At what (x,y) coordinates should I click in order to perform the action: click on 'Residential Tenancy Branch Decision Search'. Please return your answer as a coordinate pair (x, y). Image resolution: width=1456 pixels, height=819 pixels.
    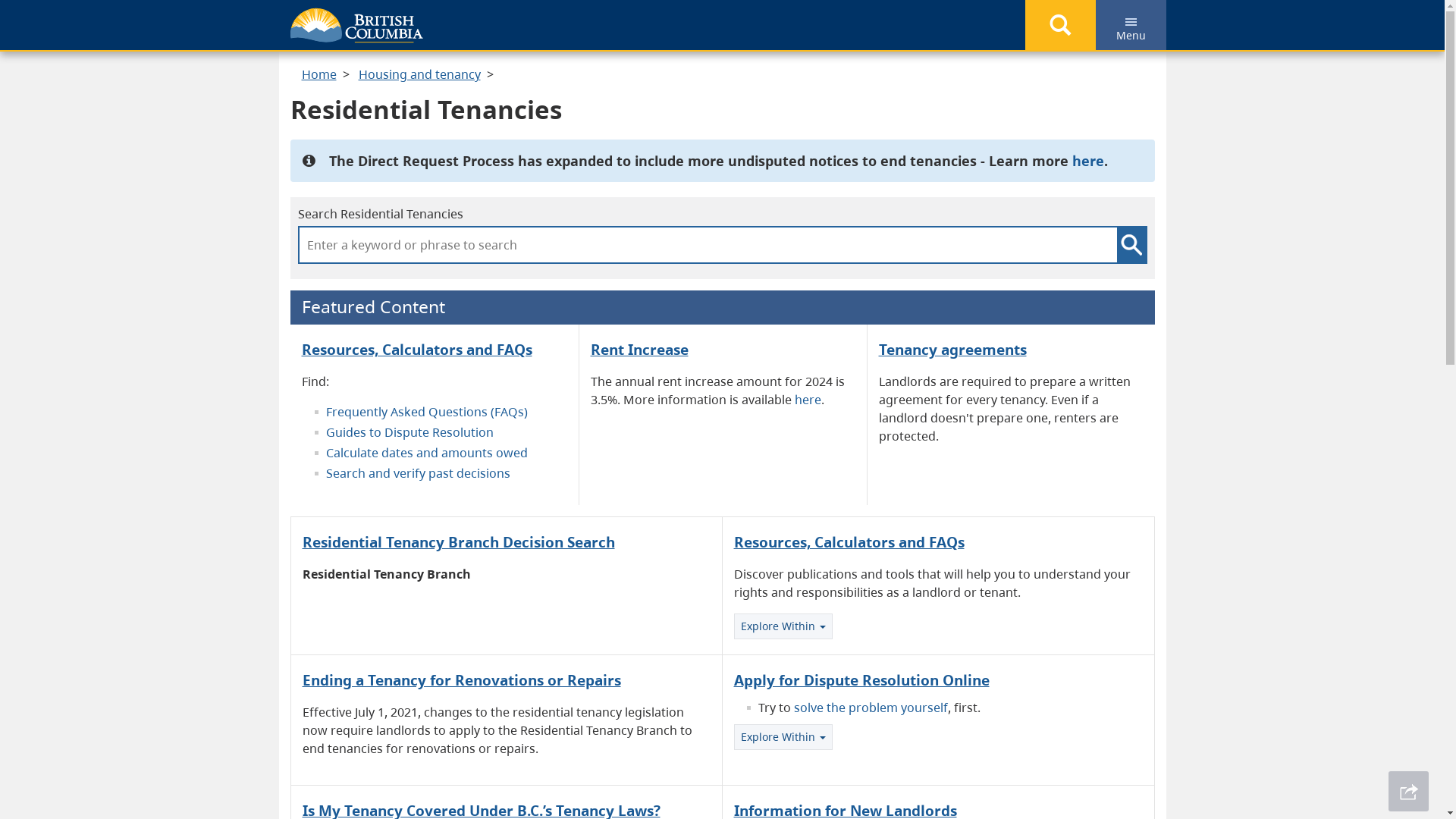
    Looking at the image, I should click on (457, 541).